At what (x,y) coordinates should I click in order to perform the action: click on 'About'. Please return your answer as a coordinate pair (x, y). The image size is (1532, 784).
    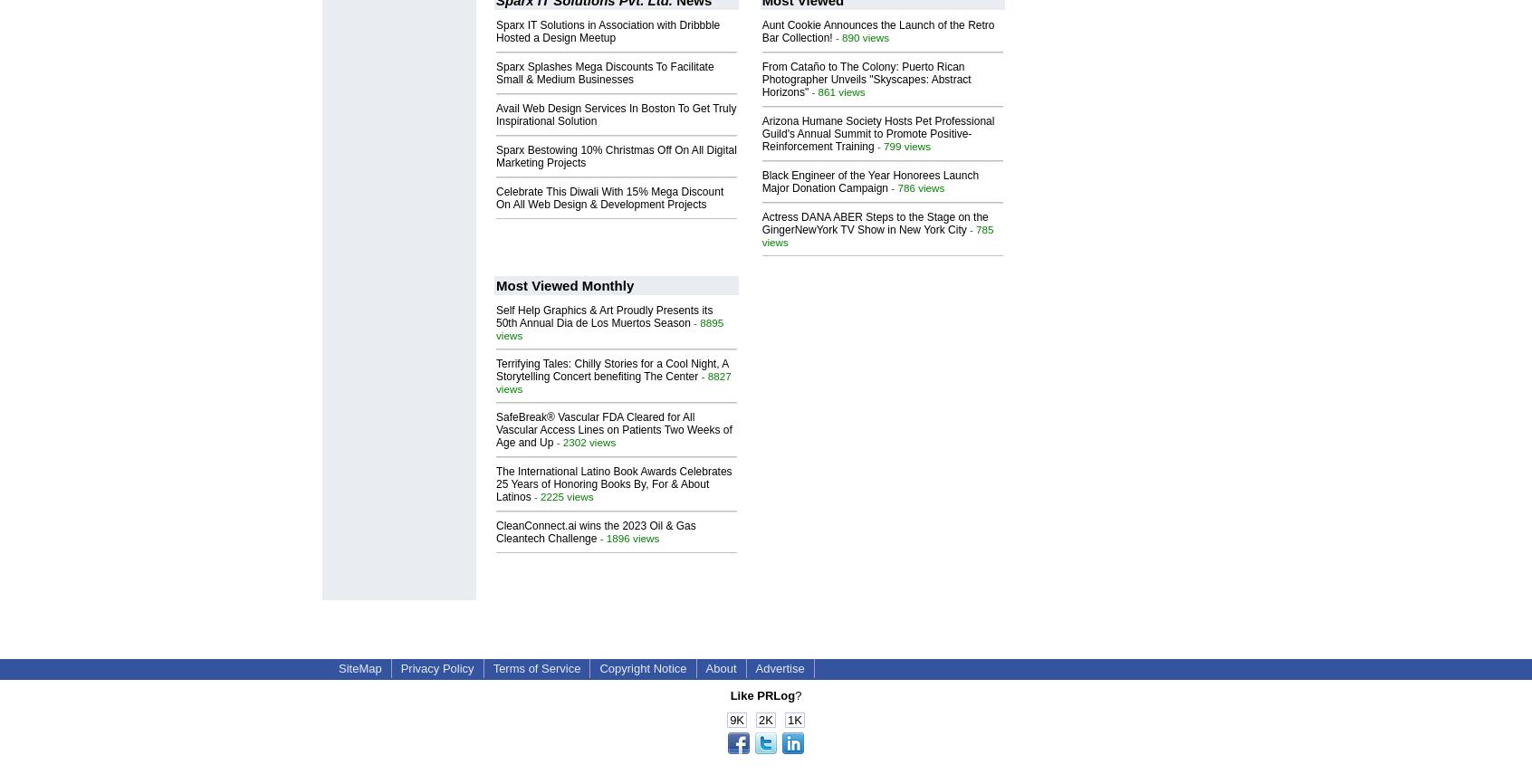
    Looking at the image, I should click on (720, 666).